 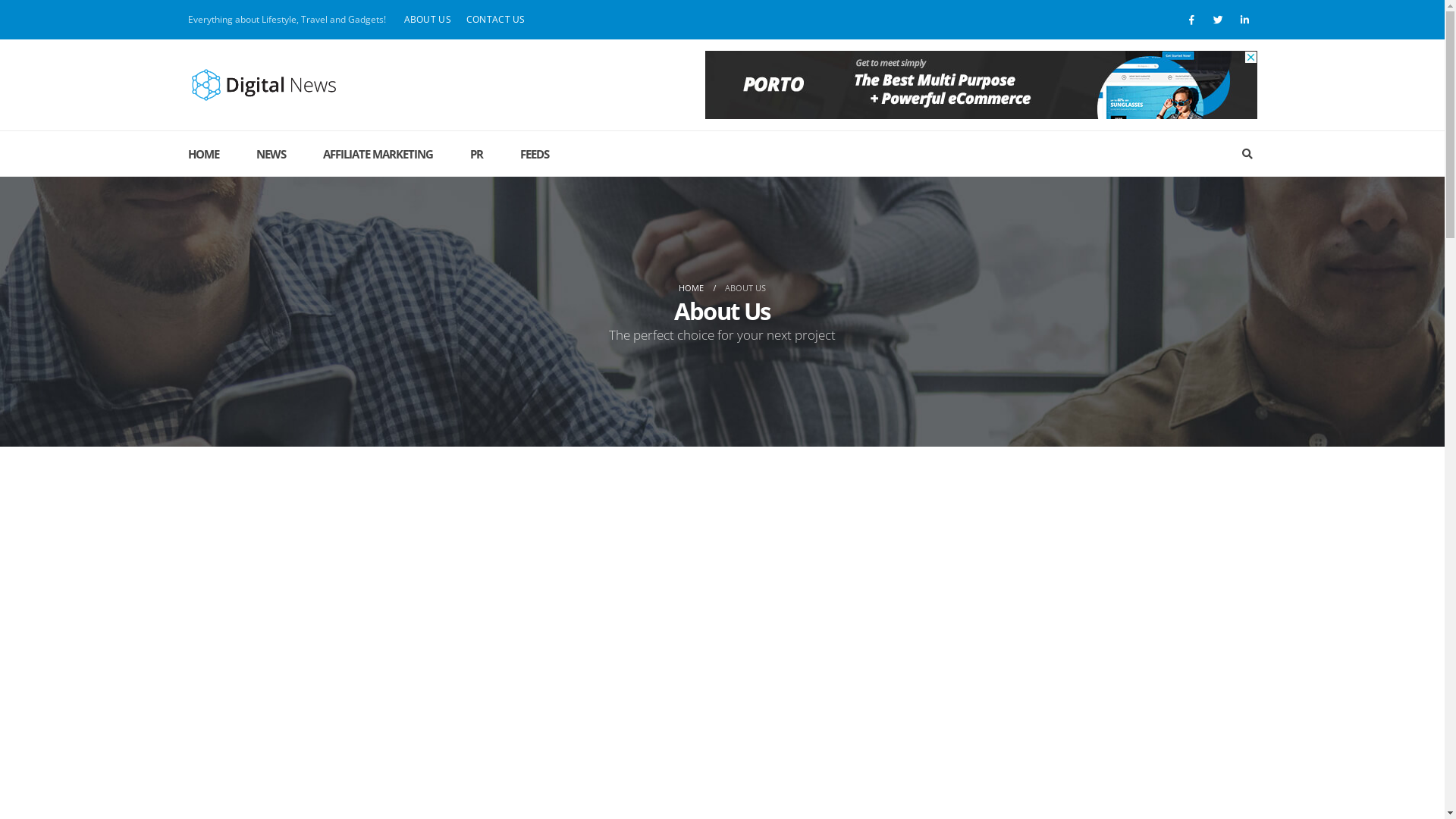 I want to click on 'FEEDS', so click(x=535, y=154).